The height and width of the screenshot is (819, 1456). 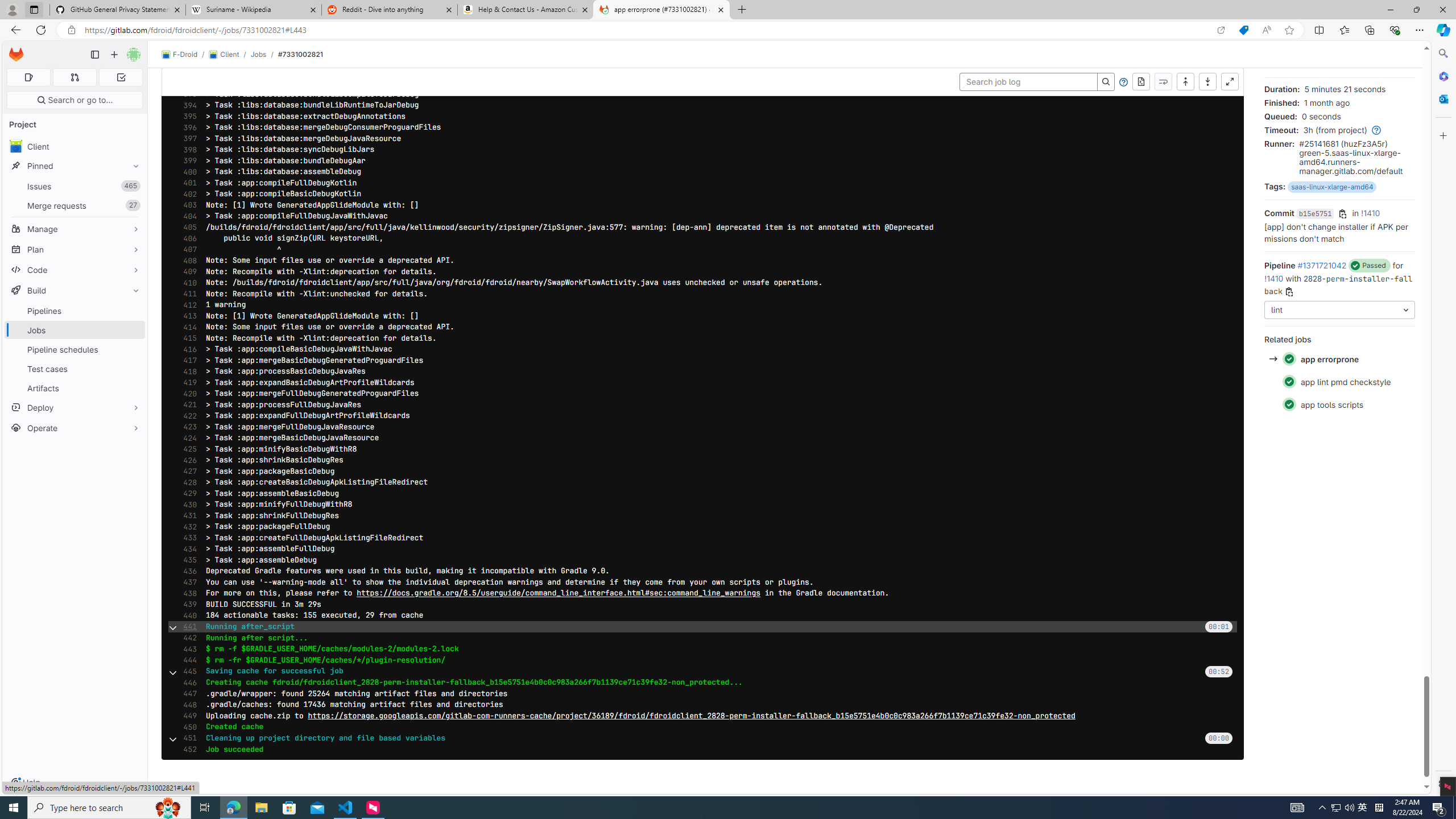 What do you see at coordinates (133, 185) in the screenshot?
I see `'Unpin Issues'` at bounding box center [133, 185].